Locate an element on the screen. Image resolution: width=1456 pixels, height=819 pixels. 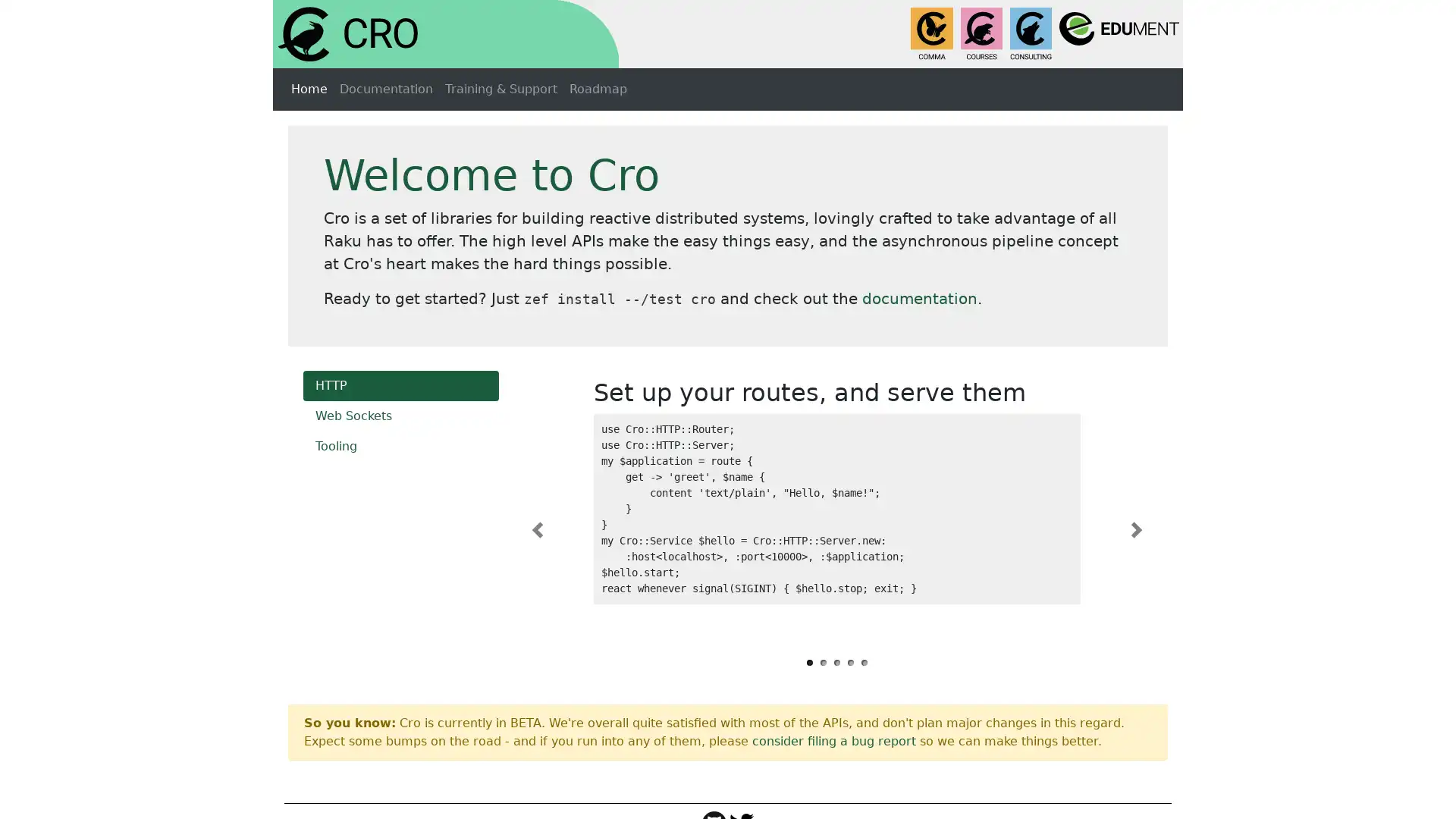
Next is located at coordinates (1136, 529).